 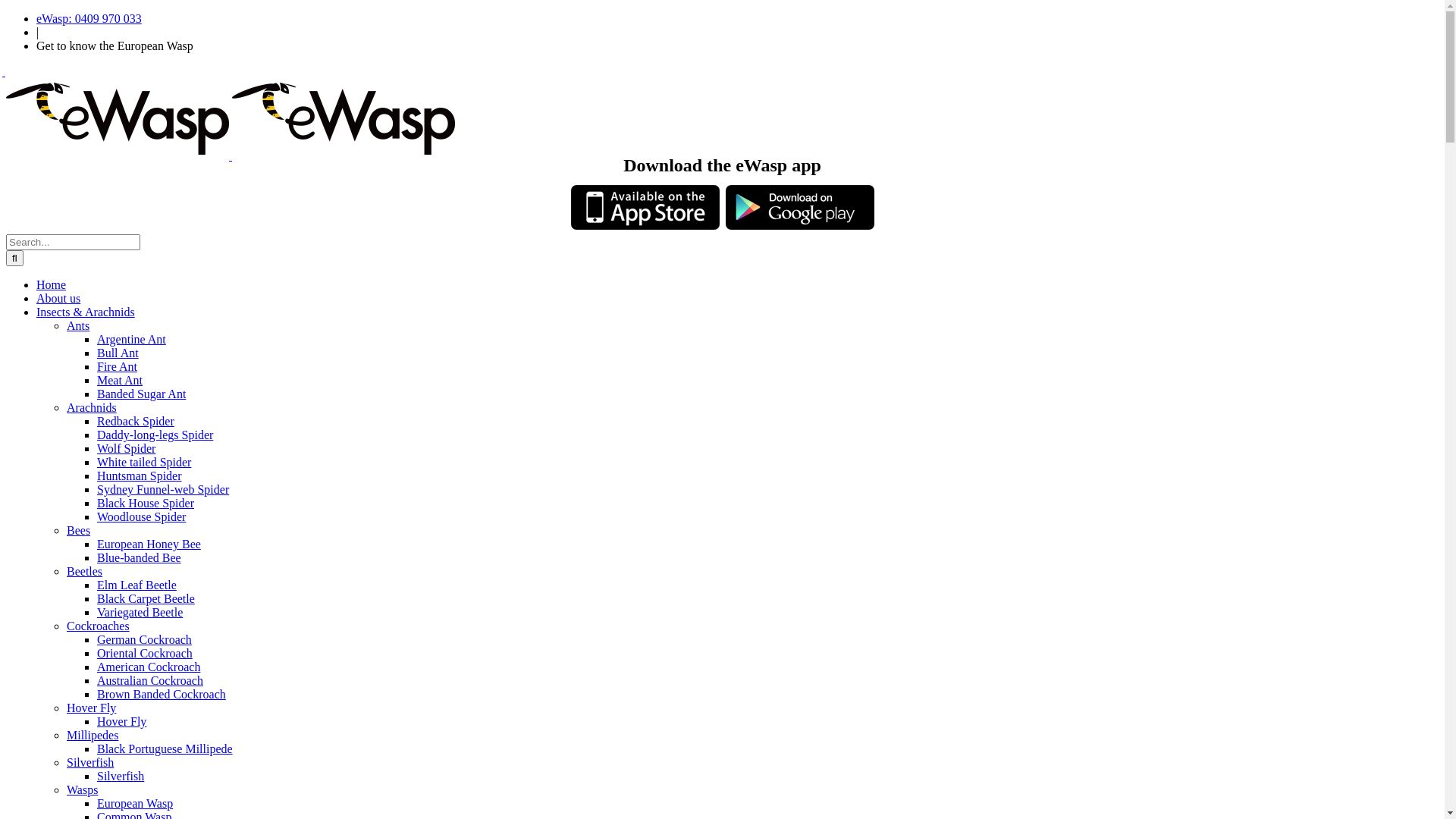 What do you see at coordinates (91, 734) in the screenshot?
I see `'Millipedes'` at bounding box center [91, 734].